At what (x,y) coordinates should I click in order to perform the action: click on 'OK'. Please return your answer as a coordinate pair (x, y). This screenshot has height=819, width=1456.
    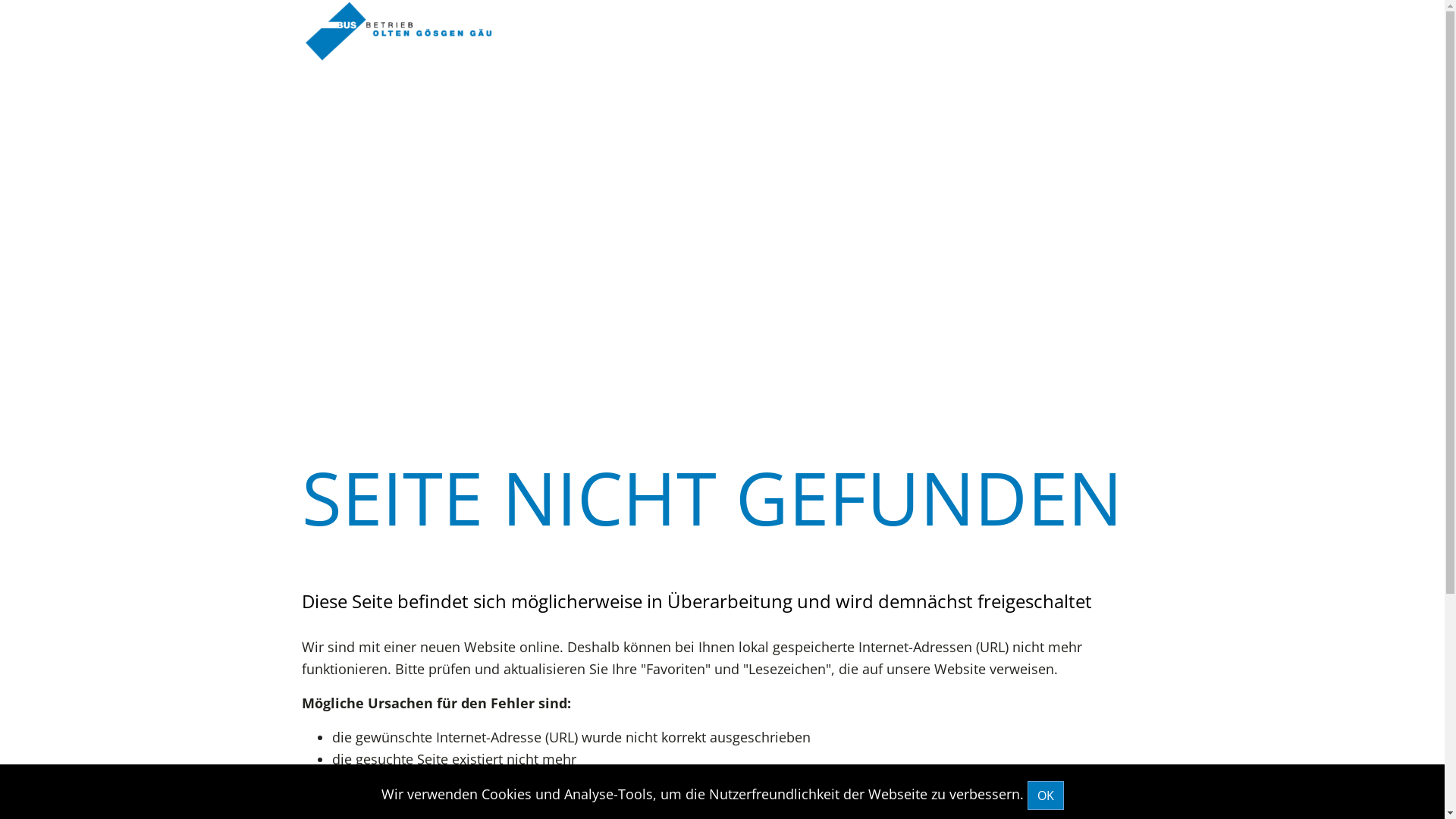
    Looking at the image, I should click on (1026, 795).